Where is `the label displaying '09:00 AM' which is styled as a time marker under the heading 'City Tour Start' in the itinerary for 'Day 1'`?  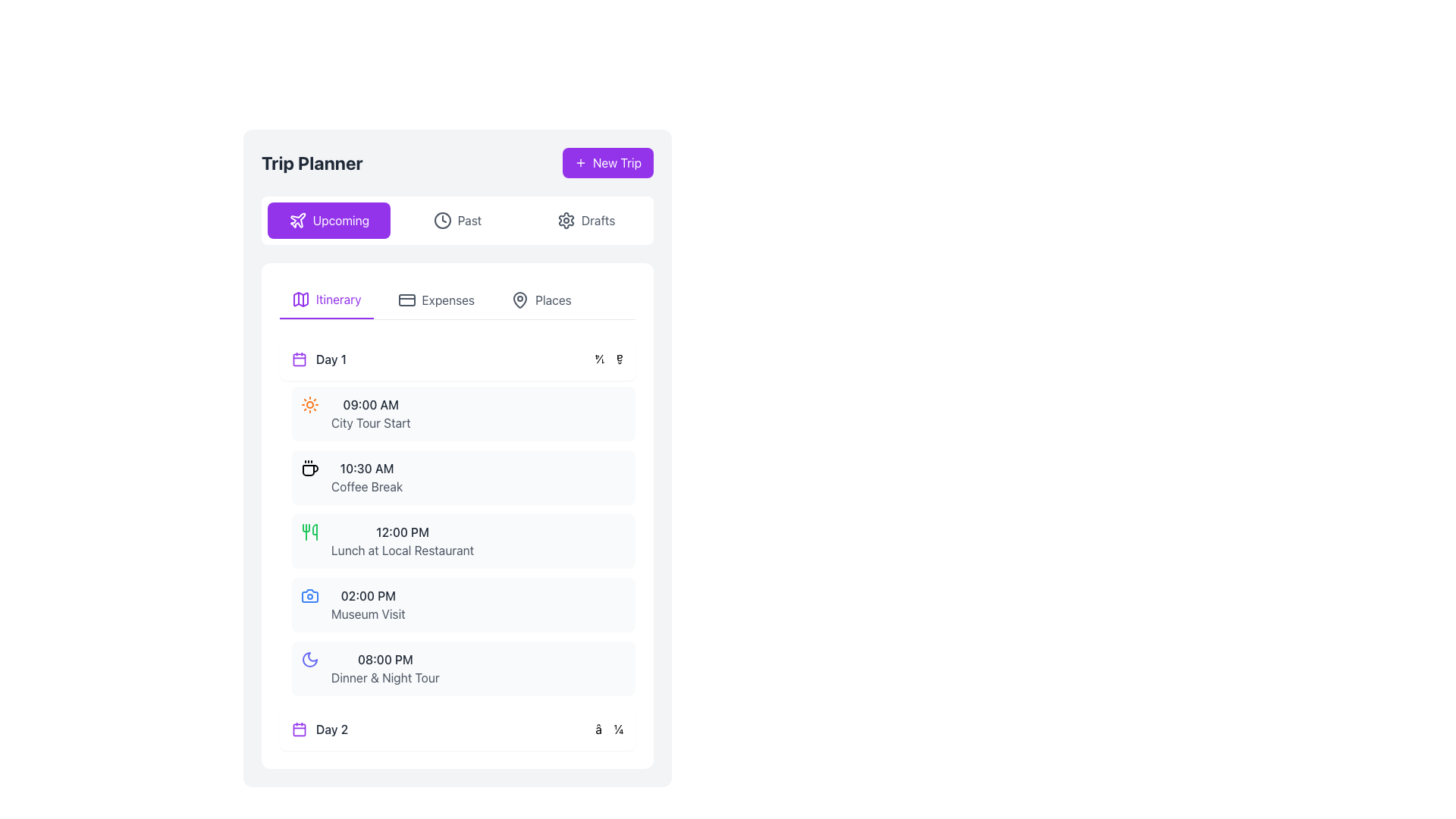
the label displaying '09:00 AM' which is styled as a time marker under the heading 'City Tour Start' in the itinerary for 'Day 1' is located at coordinates (371, 403).